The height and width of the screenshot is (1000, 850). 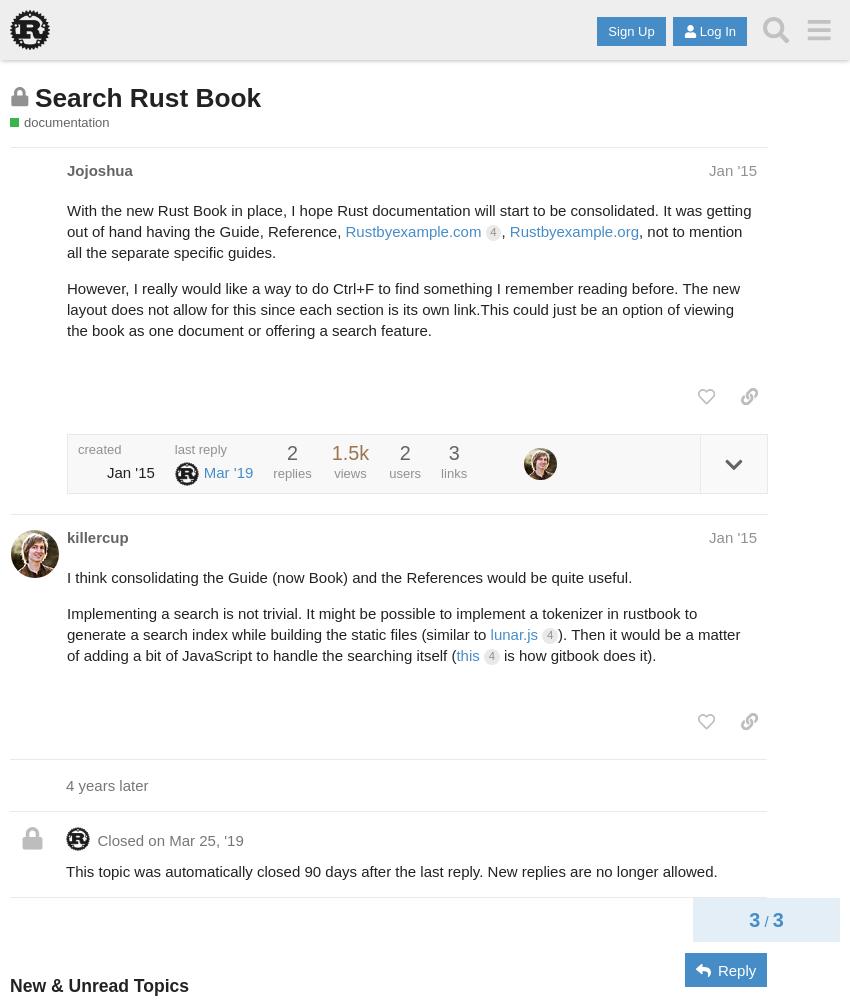 What do you see at coordinates (380, 623) in the screenshot?
I see `'Implementing a search is not trivial. It might be possible to implement a tokenizer in rustbook to generate a search index while building the static files (similar to'` at bounding box center [380, 623].